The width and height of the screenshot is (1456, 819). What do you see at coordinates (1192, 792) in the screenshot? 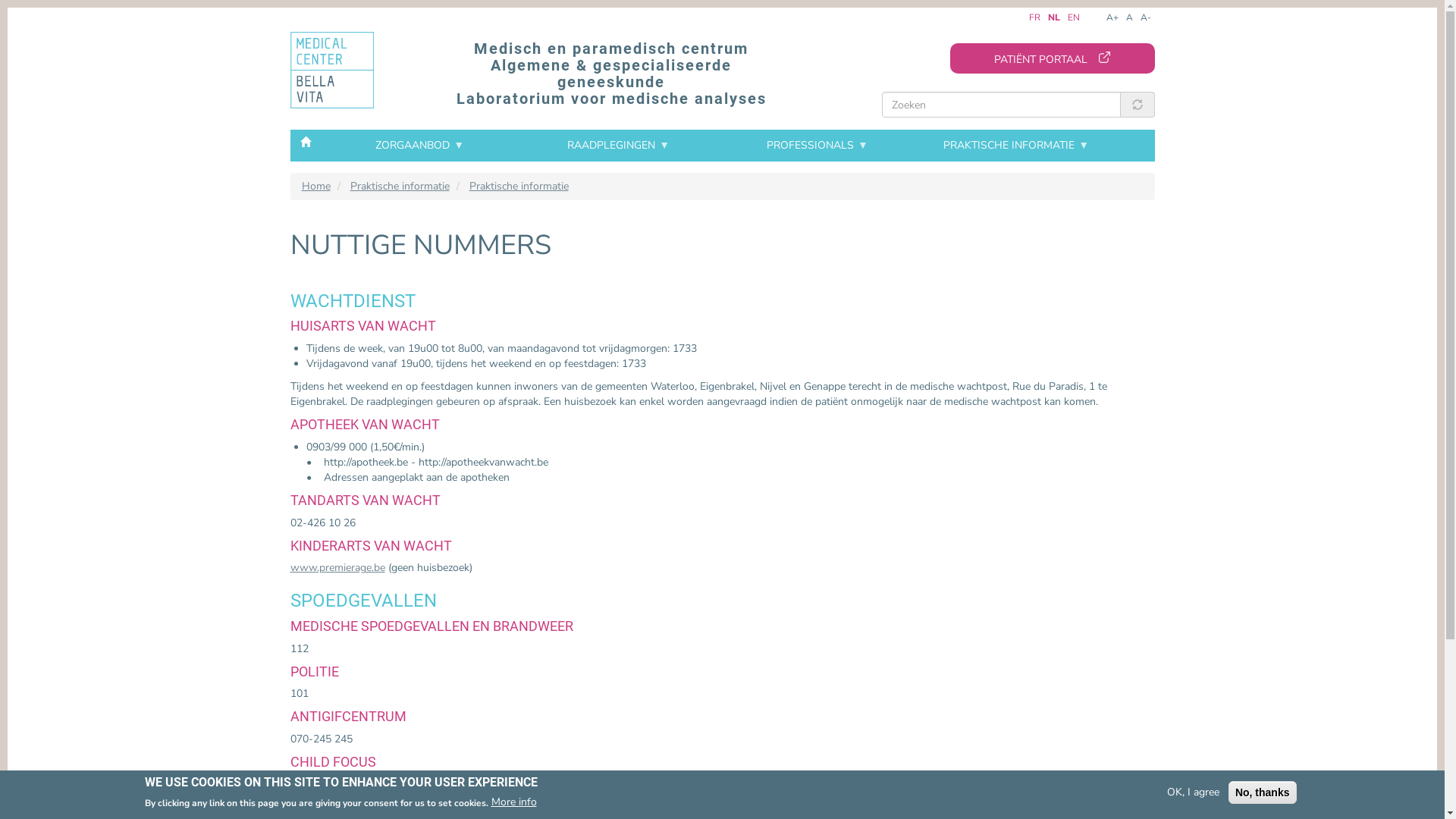
I see `'OK, I agree'` at bounding box center [1192, 792].